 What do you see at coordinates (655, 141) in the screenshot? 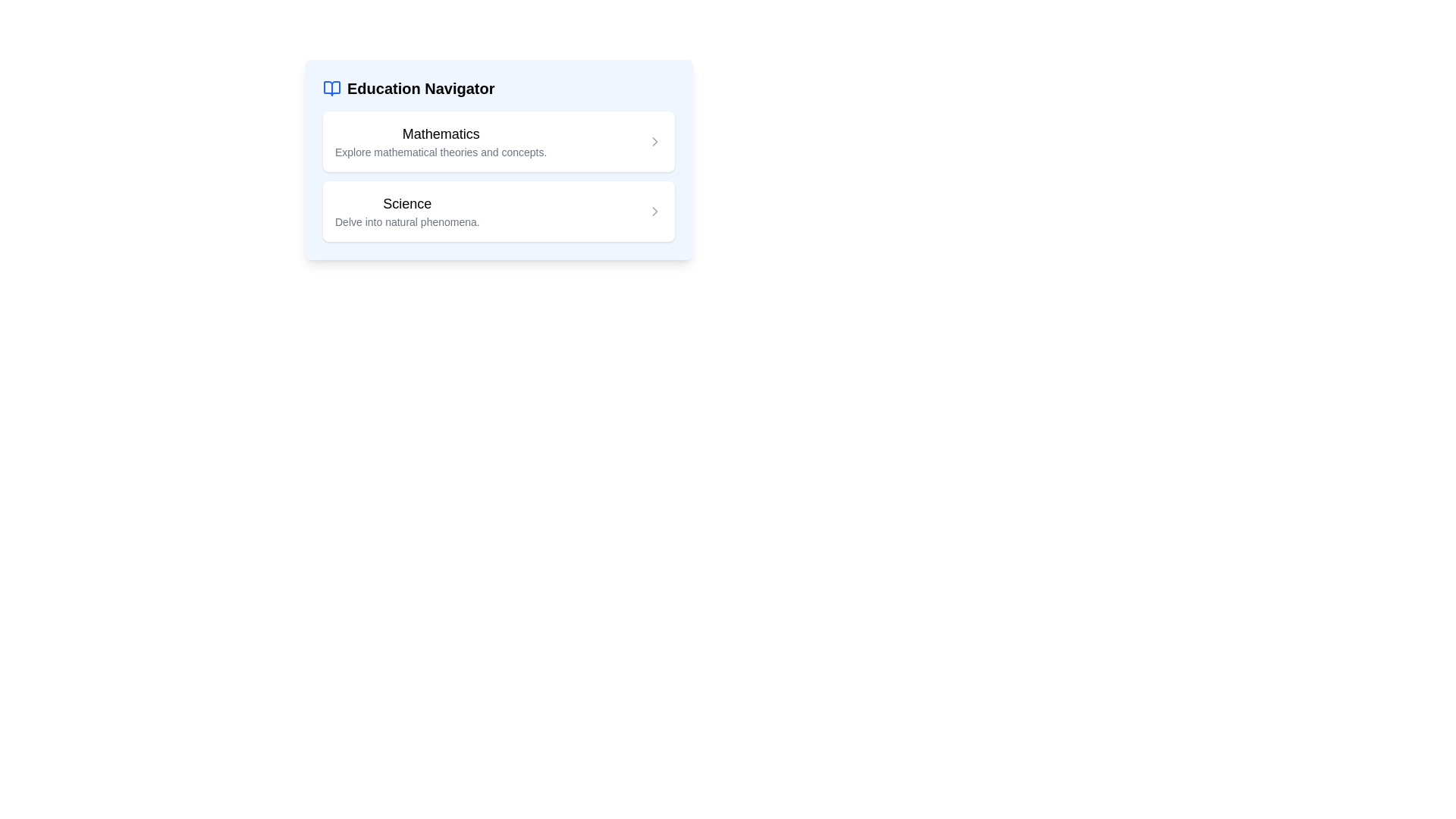
I see `the right-pointing chevron icon located at the far right of the box labeled 'Mathematics'` at bounding box center [655, 141].